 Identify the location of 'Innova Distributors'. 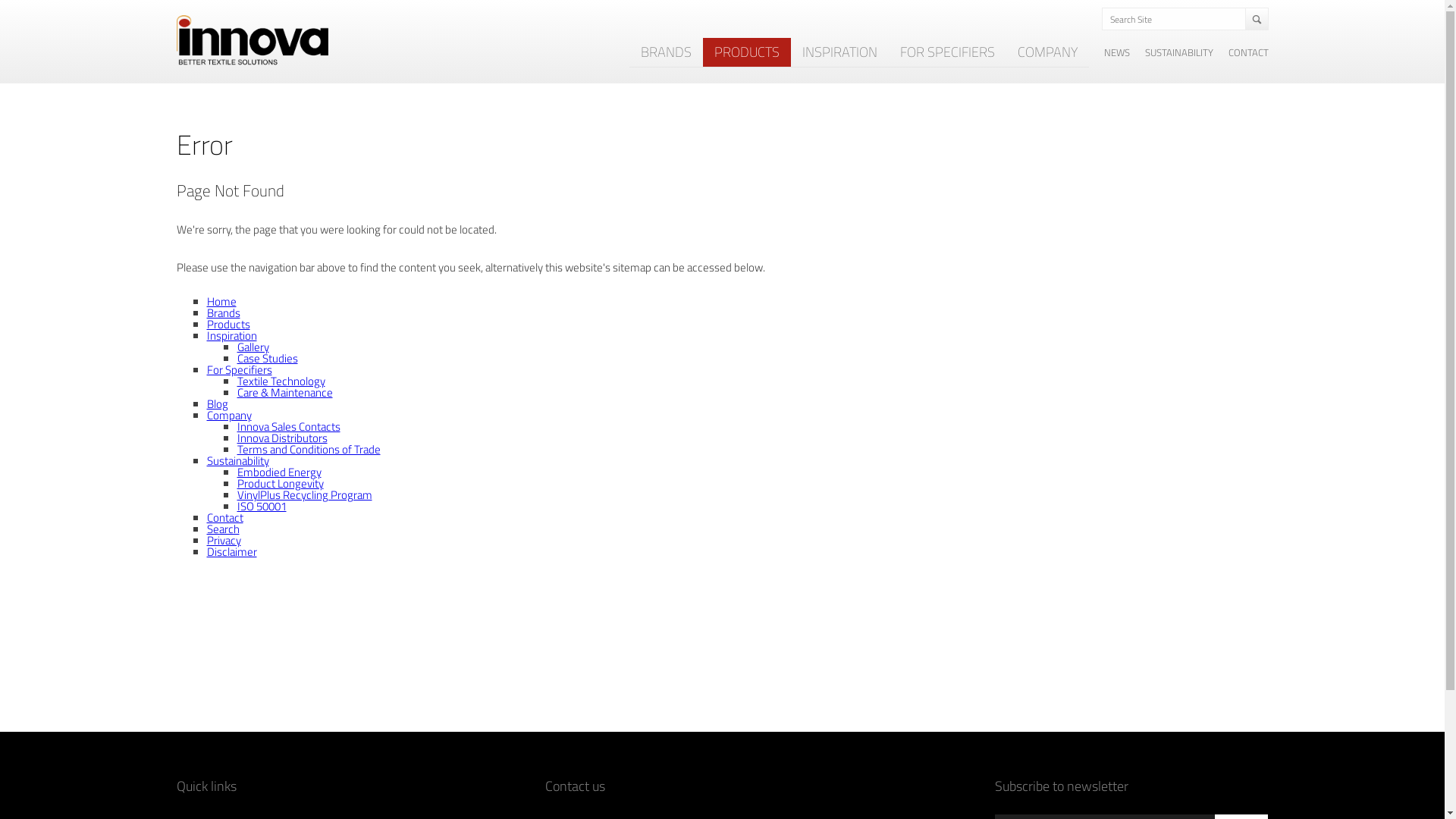
(281, 438).